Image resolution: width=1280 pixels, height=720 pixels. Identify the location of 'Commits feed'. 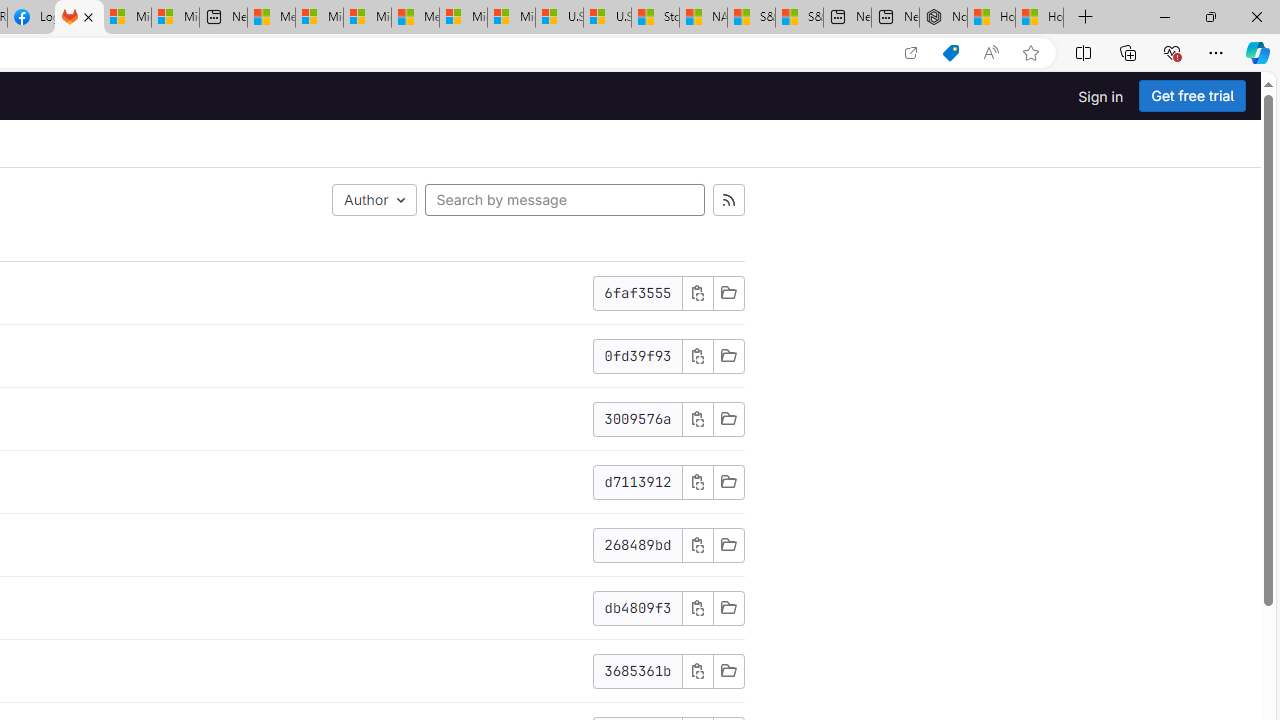
(727, 200).